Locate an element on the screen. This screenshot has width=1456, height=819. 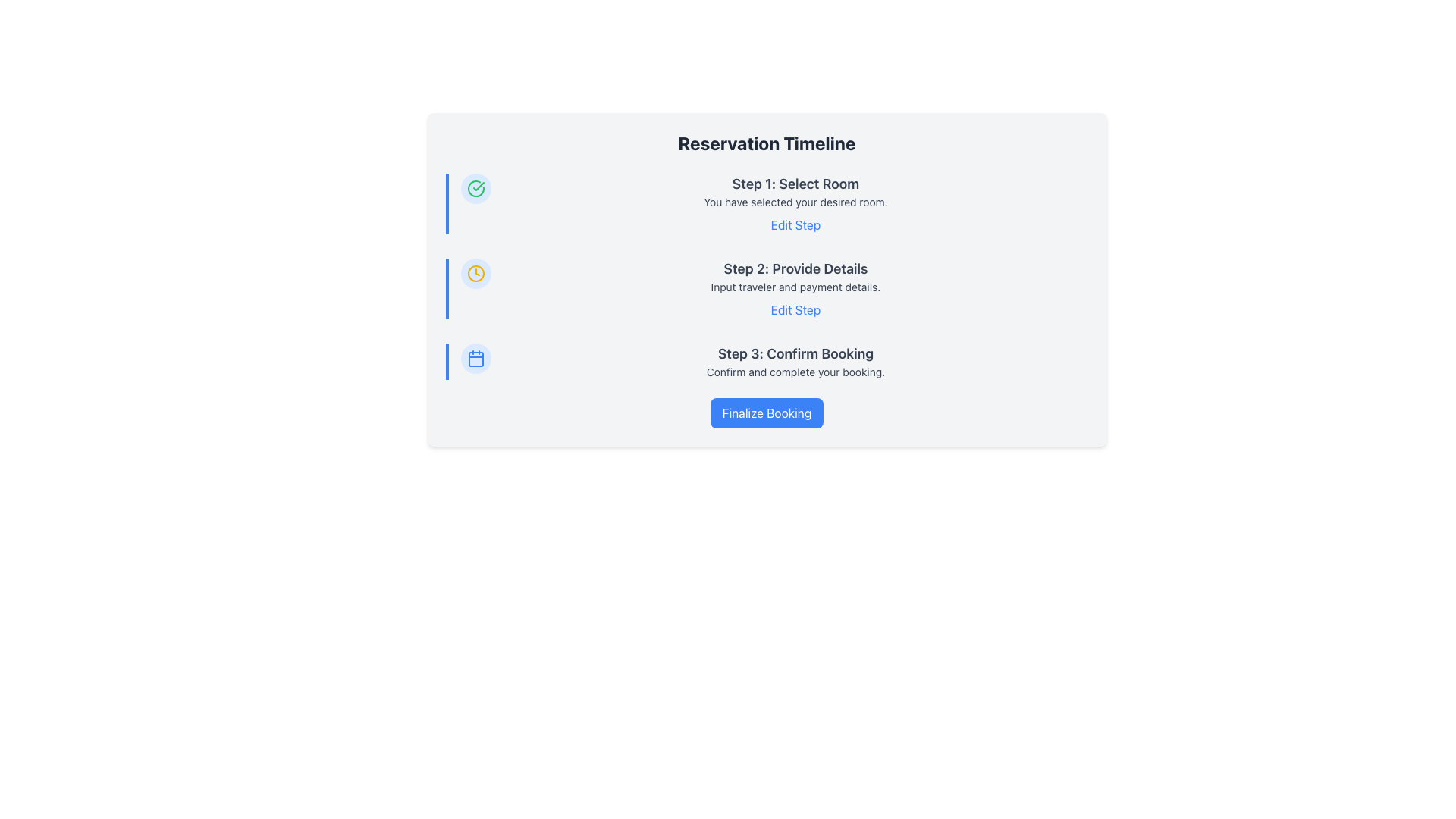
the Text Label that indicates the current step in the process, which is positioned above the text 'Confirm and complete your booking.' is located at coordinates (795, 353).